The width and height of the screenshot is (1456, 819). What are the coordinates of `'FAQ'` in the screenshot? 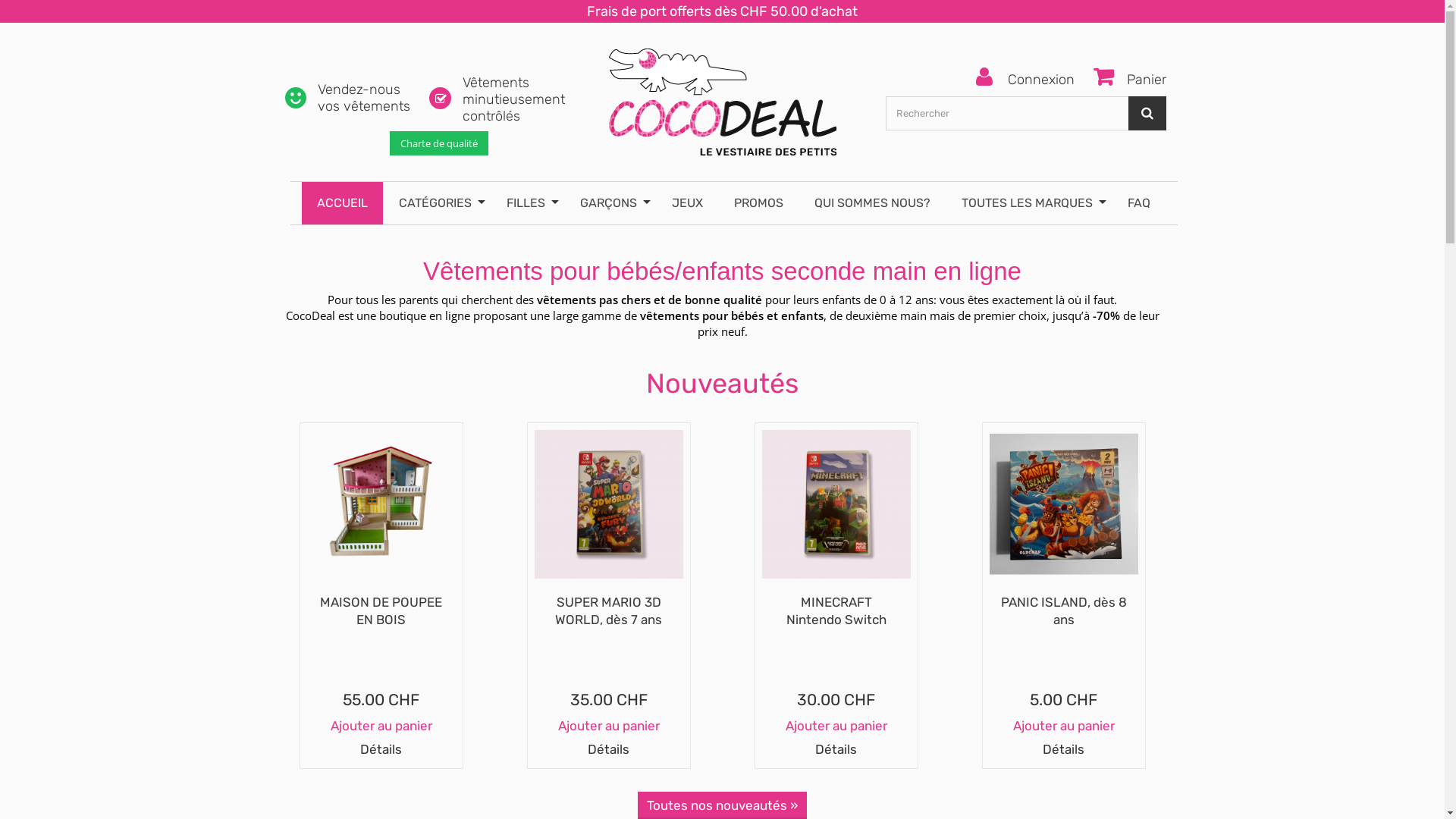 It's located at (1138, 202).